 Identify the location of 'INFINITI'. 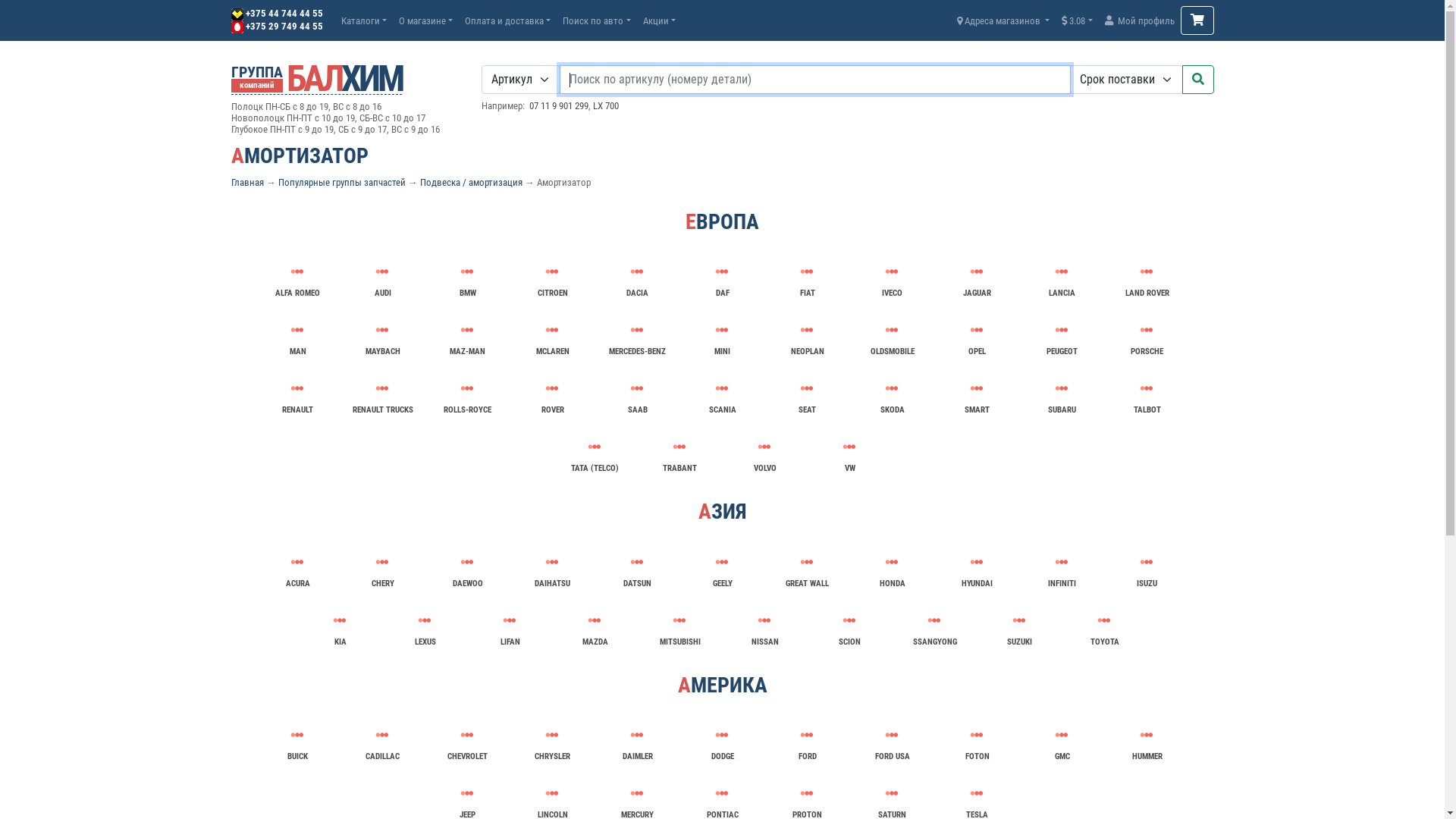
(1061, 561).